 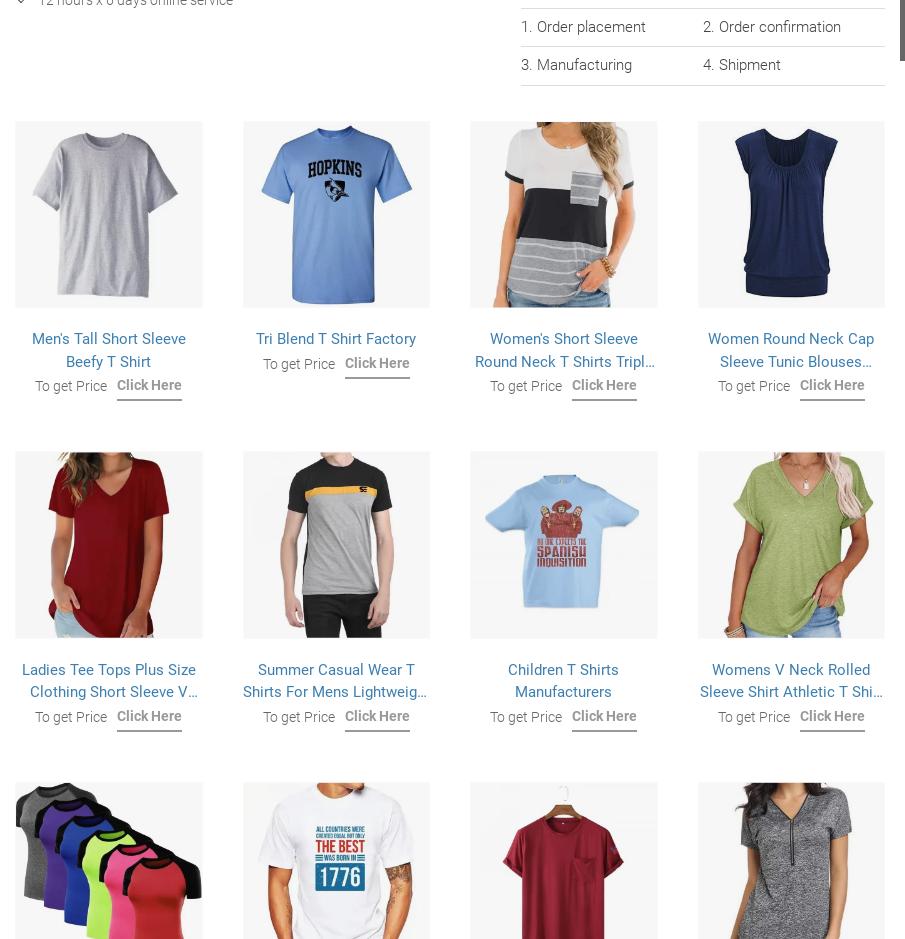 I want to click on '4. Shipment', so click(x=740, y=63).